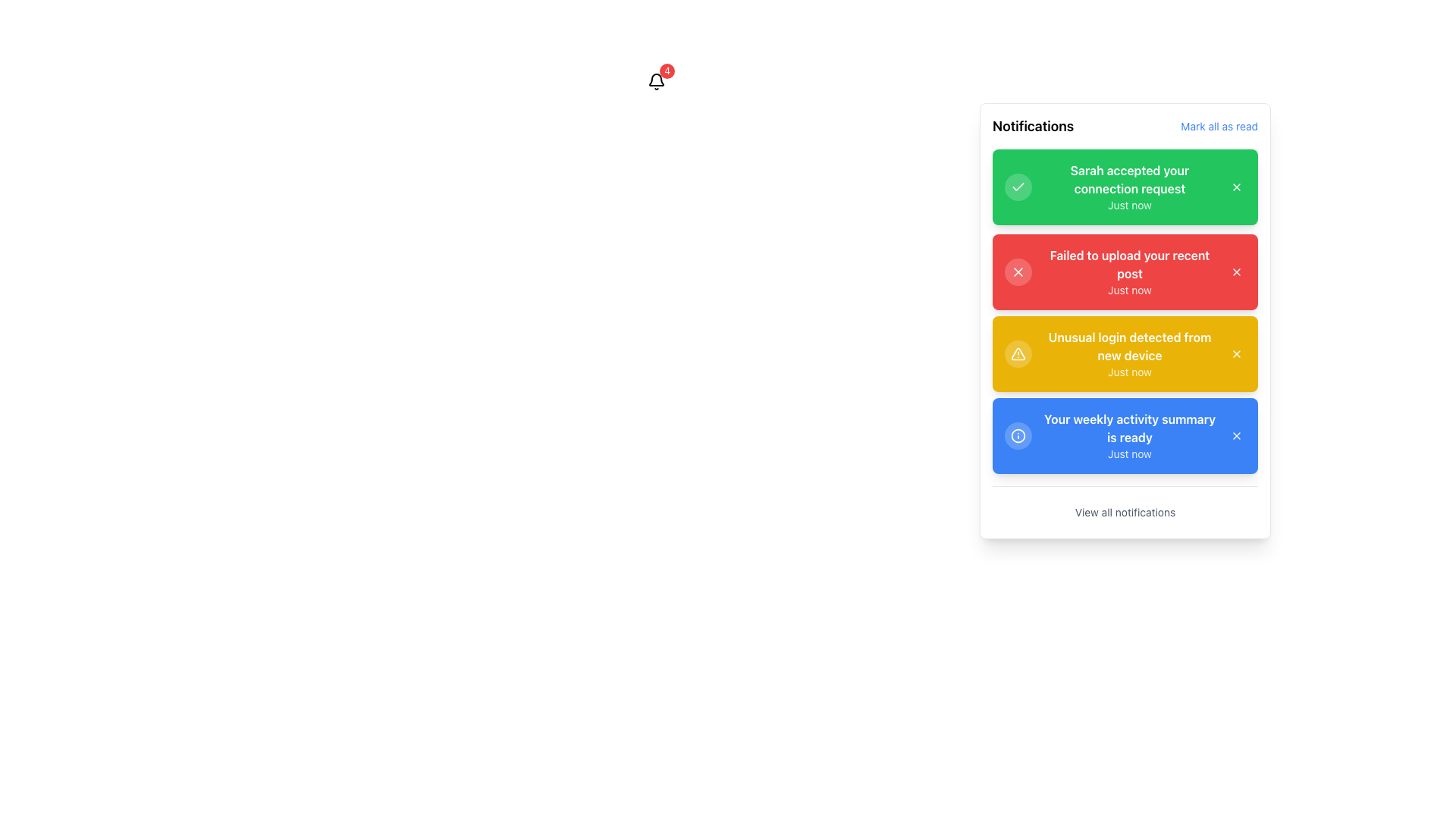 The height and width of the screenshot is (819, 1456). What do you see at coordinates (1237, 435) in the screenshot?
I see `the dismiss button with an 'X' icon located at the top-right corner of the blue notification card` at bounding box center [1237, 435].